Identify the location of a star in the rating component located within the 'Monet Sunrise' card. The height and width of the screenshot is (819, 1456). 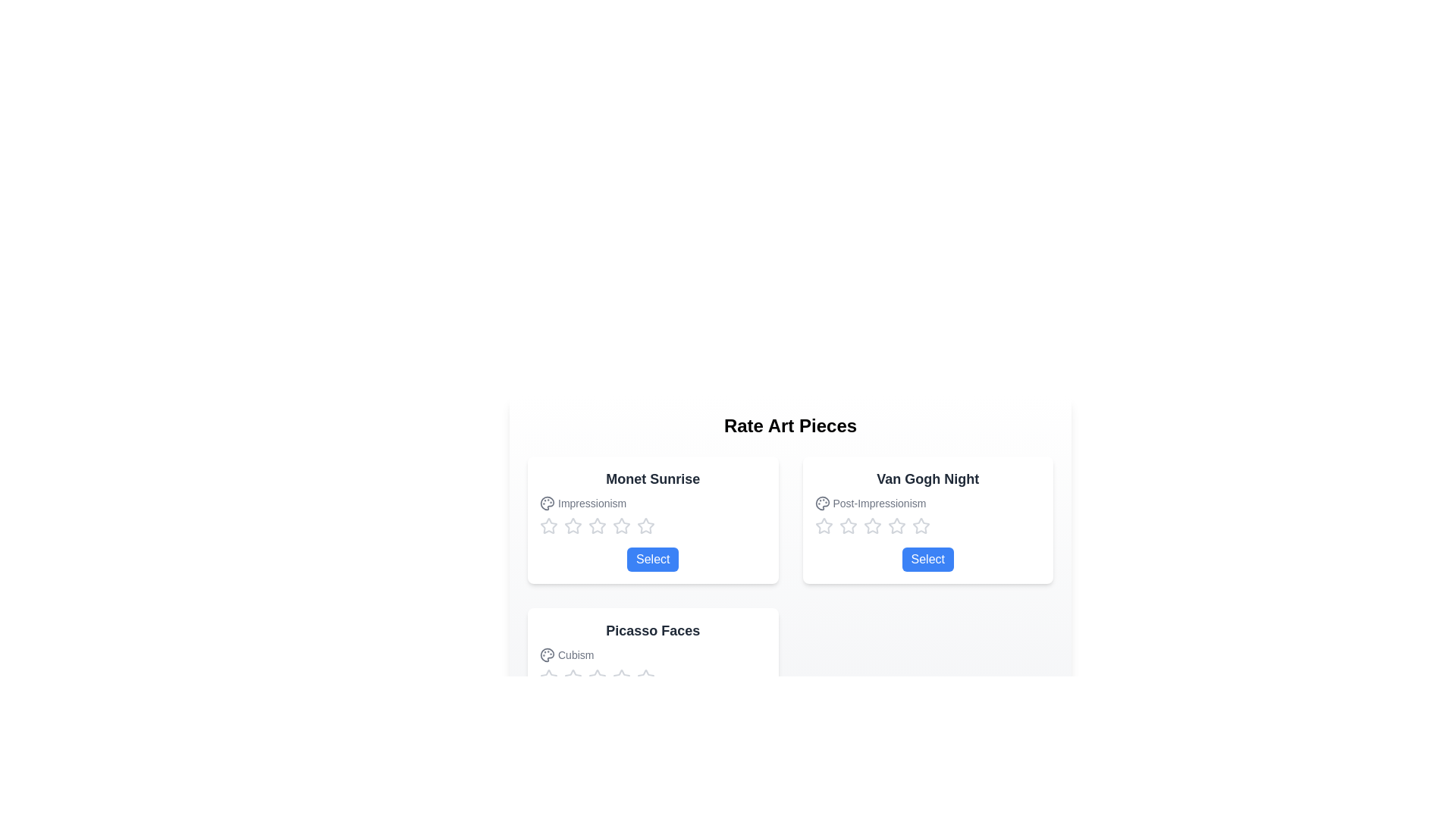
(653, 526).